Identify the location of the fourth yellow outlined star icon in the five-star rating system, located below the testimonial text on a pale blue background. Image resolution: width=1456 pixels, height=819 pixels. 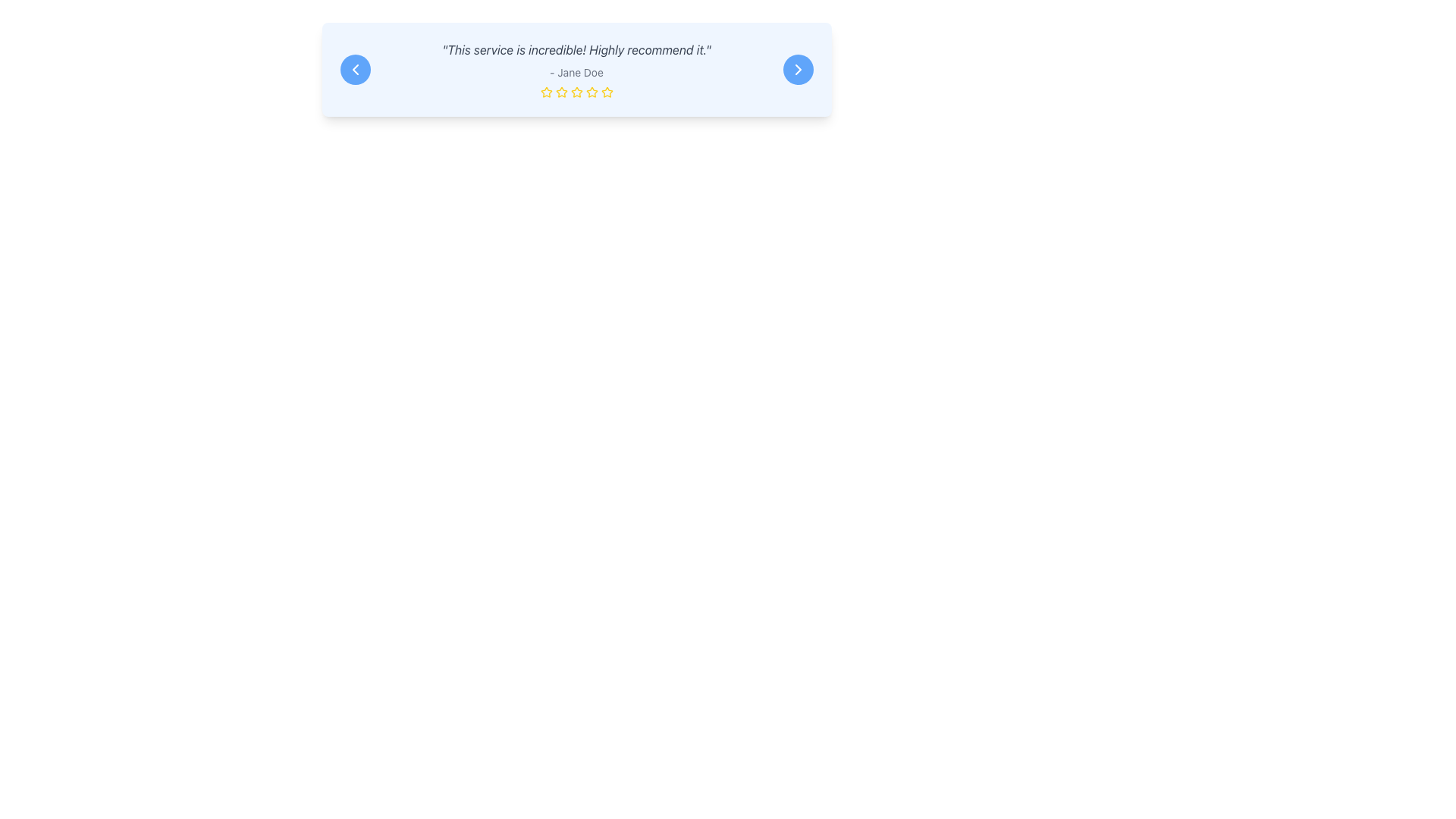
(576, 93).